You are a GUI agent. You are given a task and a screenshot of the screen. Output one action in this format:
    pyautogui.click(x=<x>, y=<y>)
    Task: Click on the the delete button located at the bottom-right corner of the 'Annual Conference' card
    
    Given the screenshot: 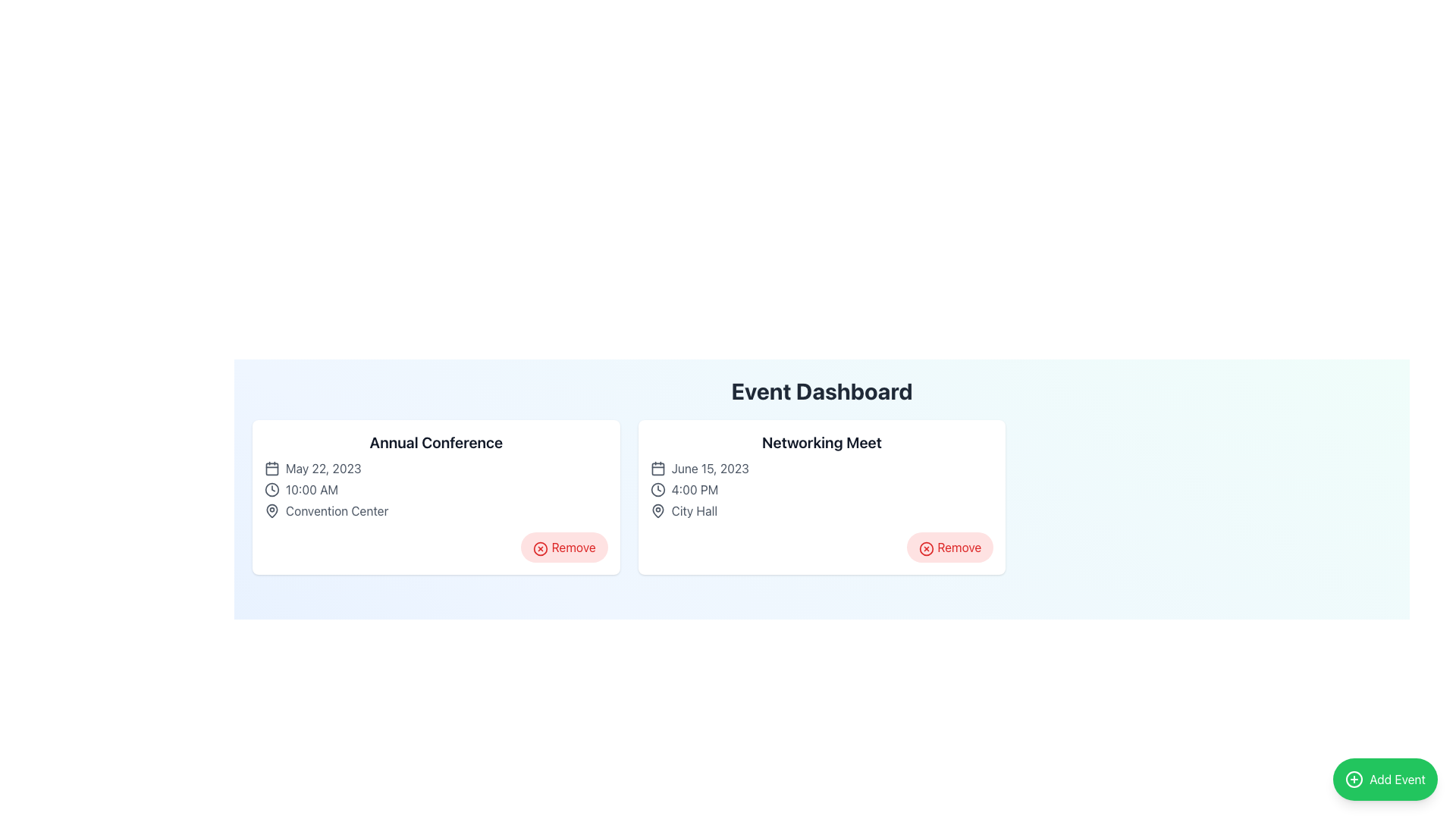 What is the action you would take?
    pyautogui.click(x=563, y=547)
    